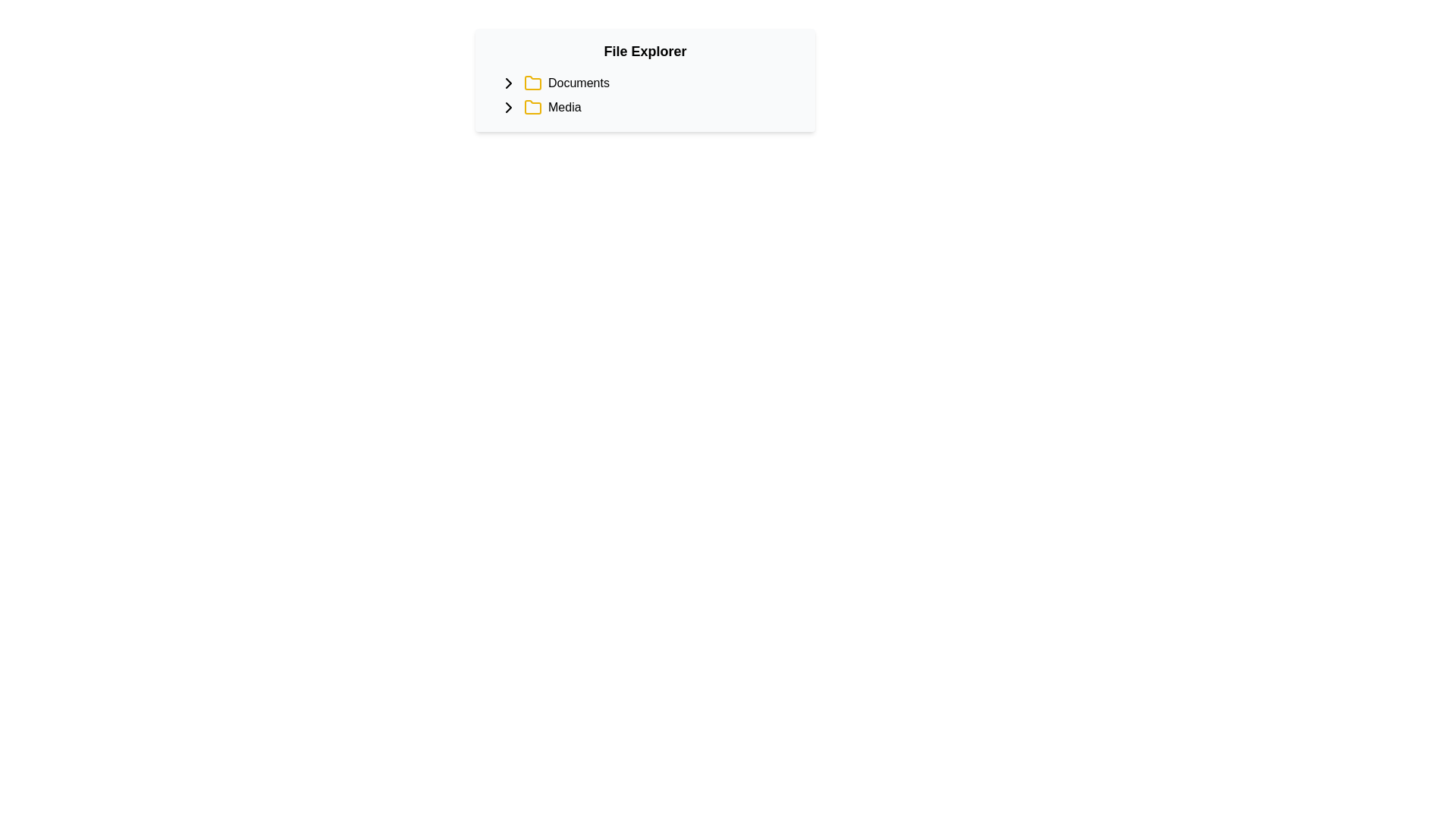 Image resolution: width=1456 pixels, height=819 pixels. What do you see at coordinates (532, 83) in the screenshot?
I see `the first folder icon representing a directory` at bounding box center [532, 83].